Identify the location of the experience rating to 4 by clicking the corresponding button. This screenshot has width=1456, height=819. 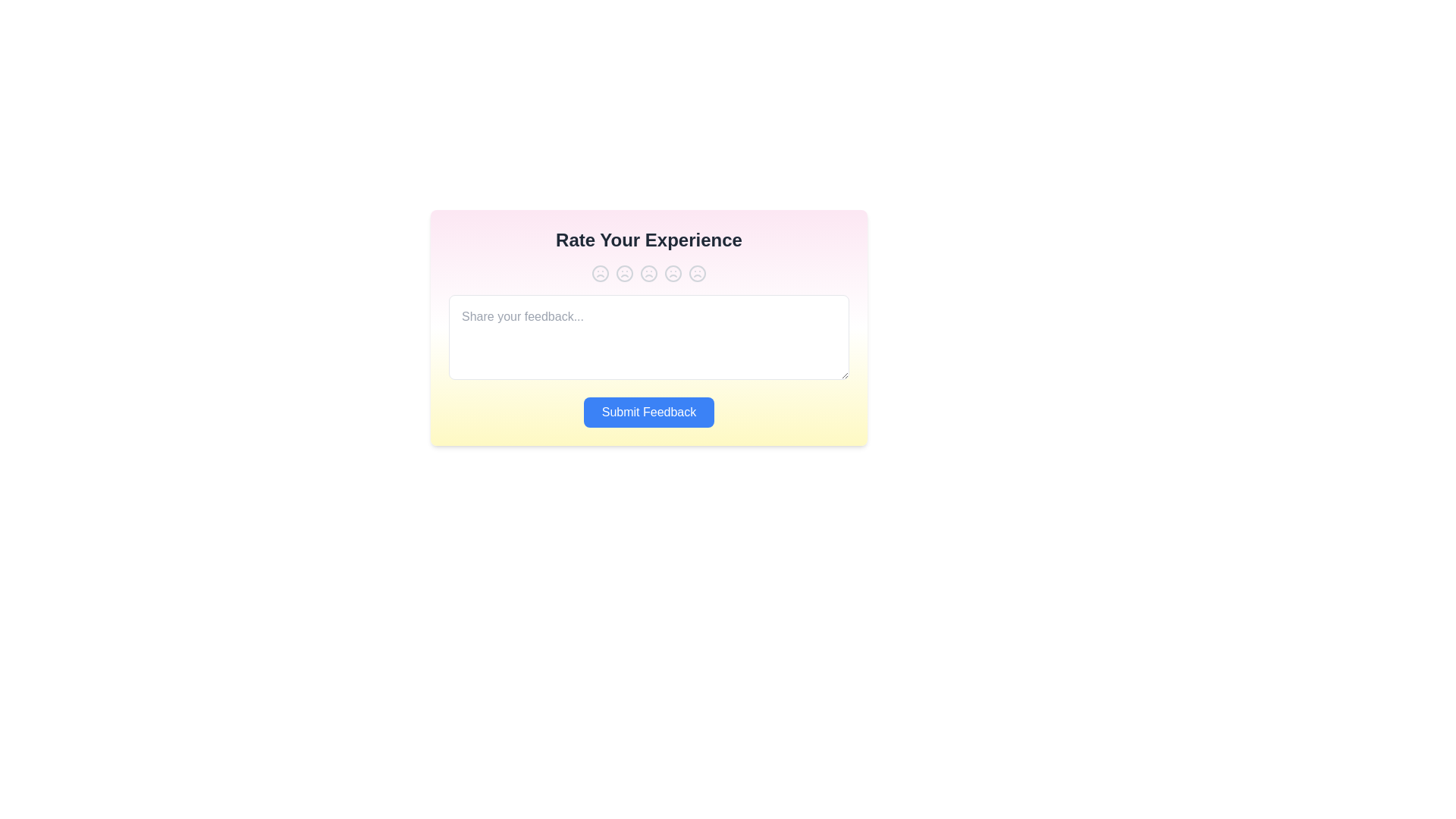
(673, 274).